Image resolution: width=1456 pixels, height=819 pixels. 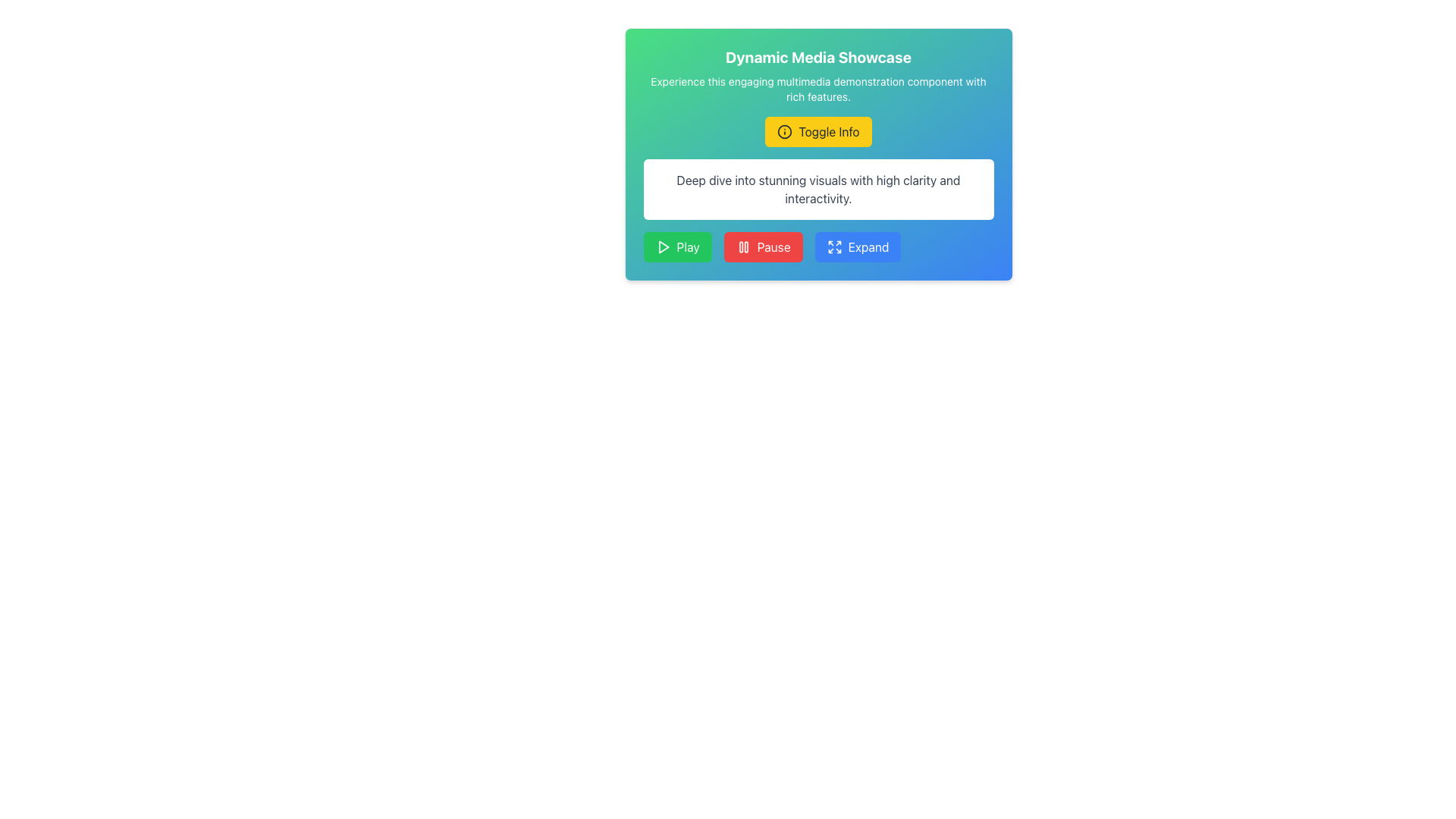 I want to click on the SVG icon representing the pause symbol within the 'Pause' button, which is the second button among the three main action buttons at the bottom of the card, so click(x=743, y=246).